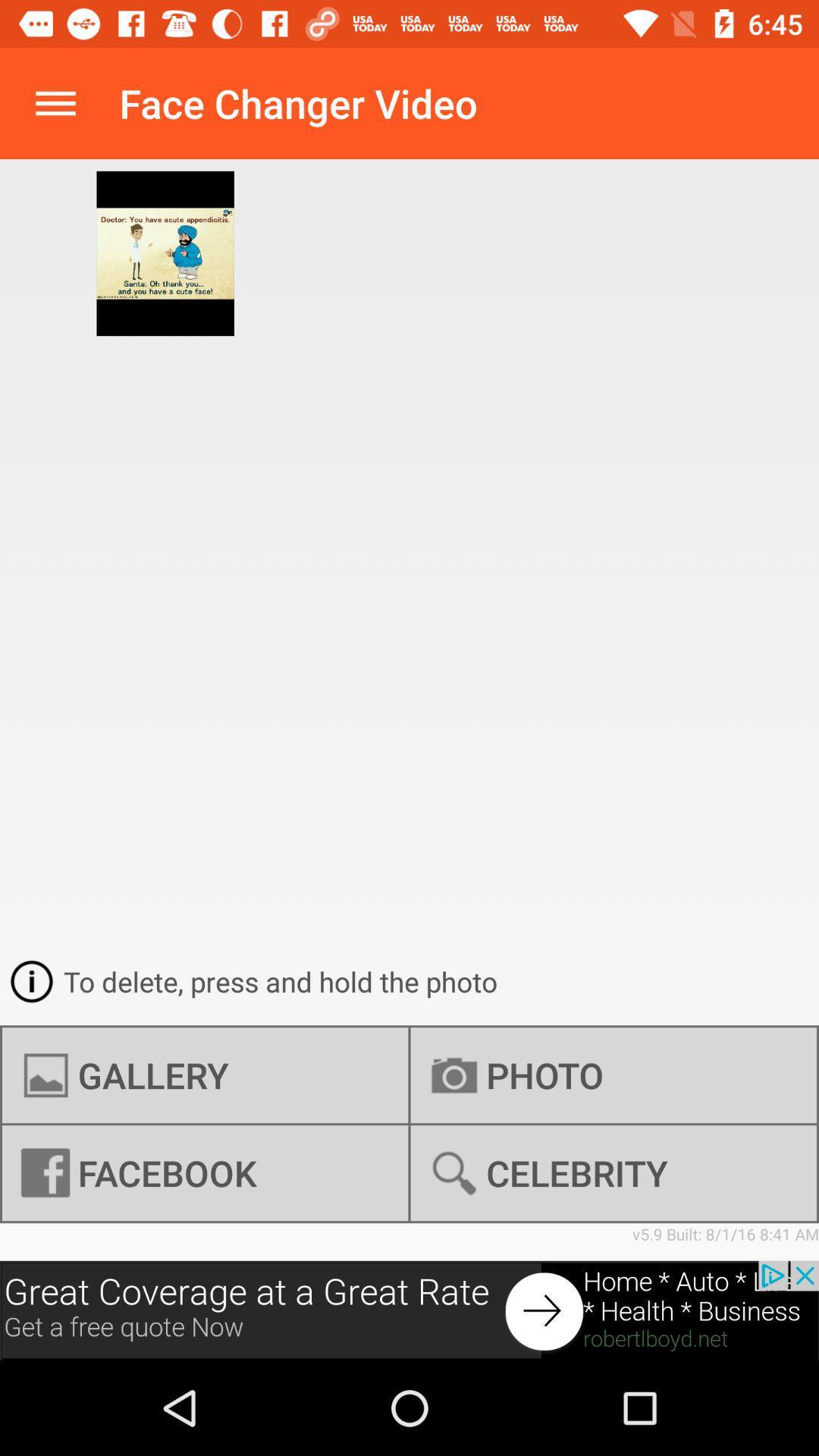  What do you see at coordinates (613, 1172) in the screenshot?
I see `celebrity icon` at bounding box center [613, 1172].